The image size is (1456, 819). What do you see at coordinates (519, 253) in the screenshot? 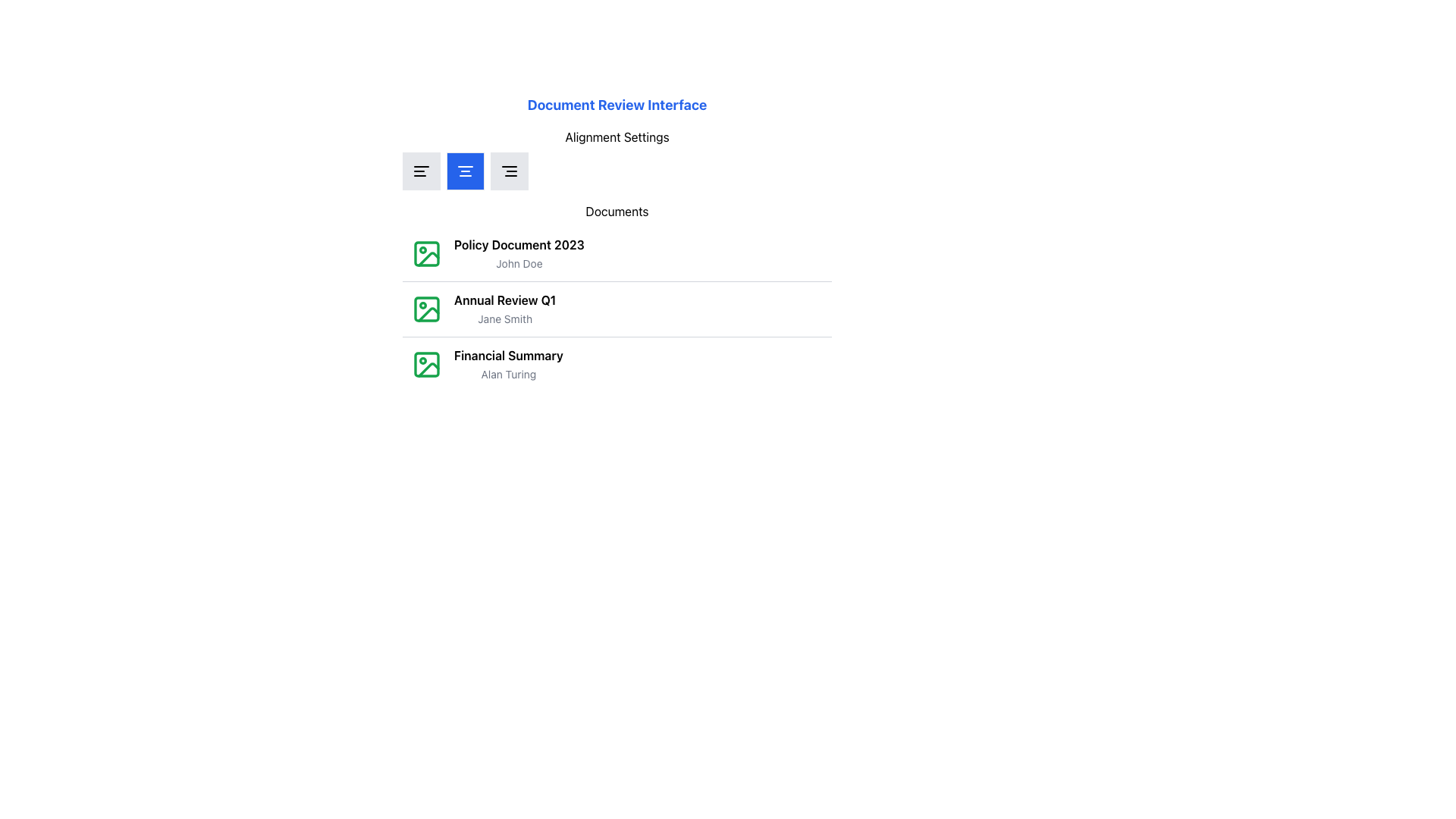
I see `the first document entry in the list under the 'Documents' heading` at bounding box center [519, 253].